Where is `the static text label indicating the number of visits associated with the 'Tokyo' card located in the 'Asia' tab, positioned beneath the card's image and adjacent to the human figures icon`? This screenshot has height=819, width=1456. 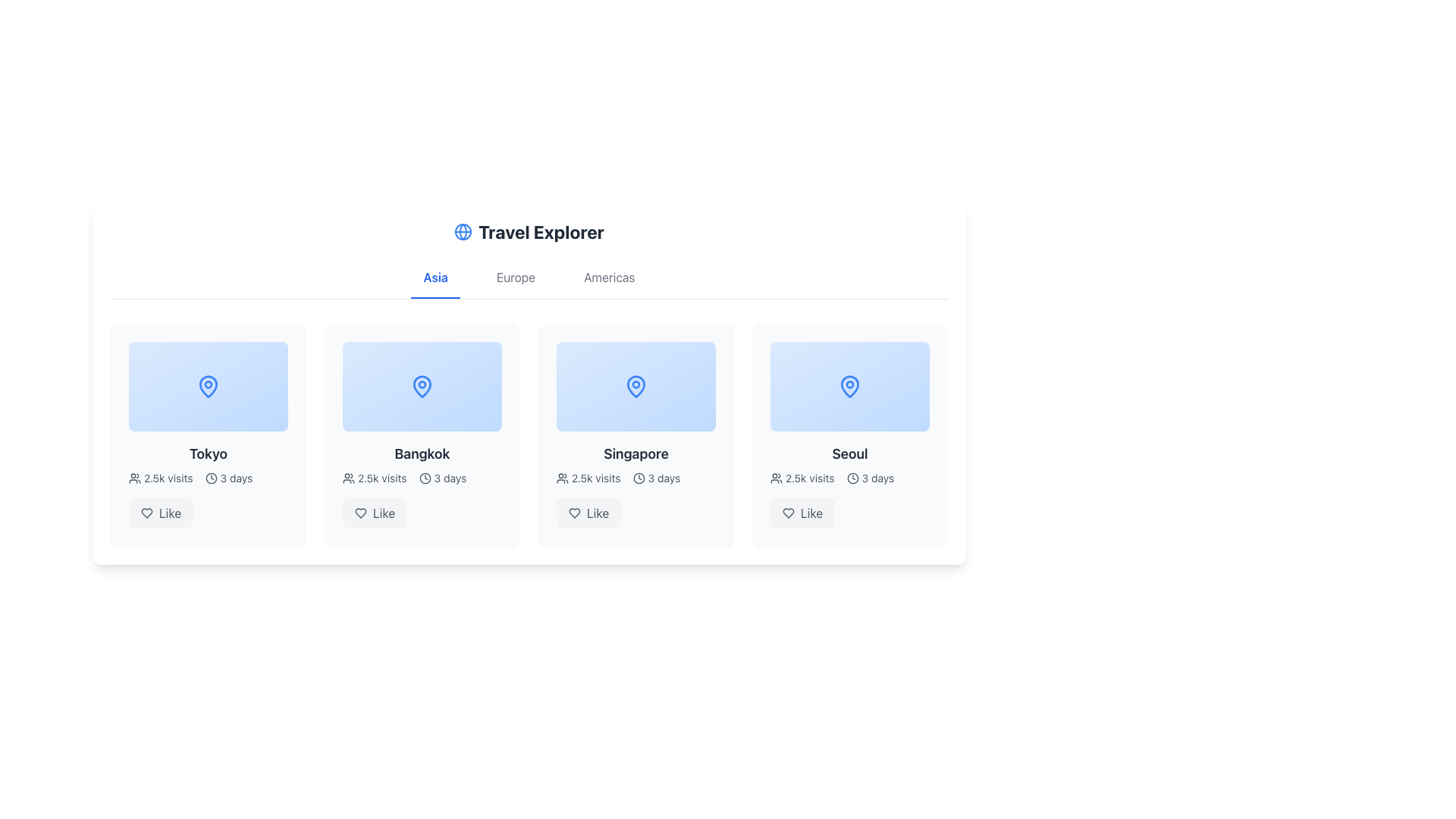
the static text label indicating the number of visits associated with the 'Tokyo' card located in the 'Asia' tab, positioned beneath the card's image and adjacent to the human figures icon is located at coordinates (168, 479).